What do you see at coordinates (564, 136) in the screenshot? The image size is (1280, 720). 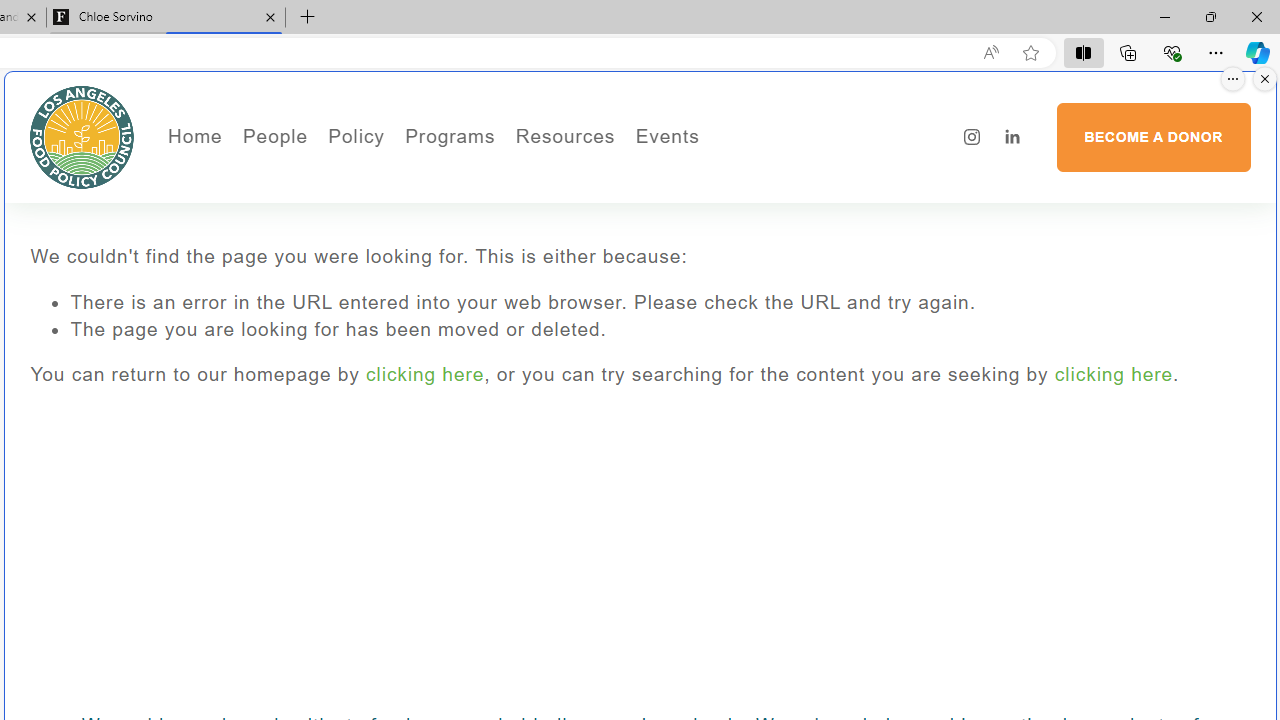 I see `'Resources'` at bounding box center [564, 136].